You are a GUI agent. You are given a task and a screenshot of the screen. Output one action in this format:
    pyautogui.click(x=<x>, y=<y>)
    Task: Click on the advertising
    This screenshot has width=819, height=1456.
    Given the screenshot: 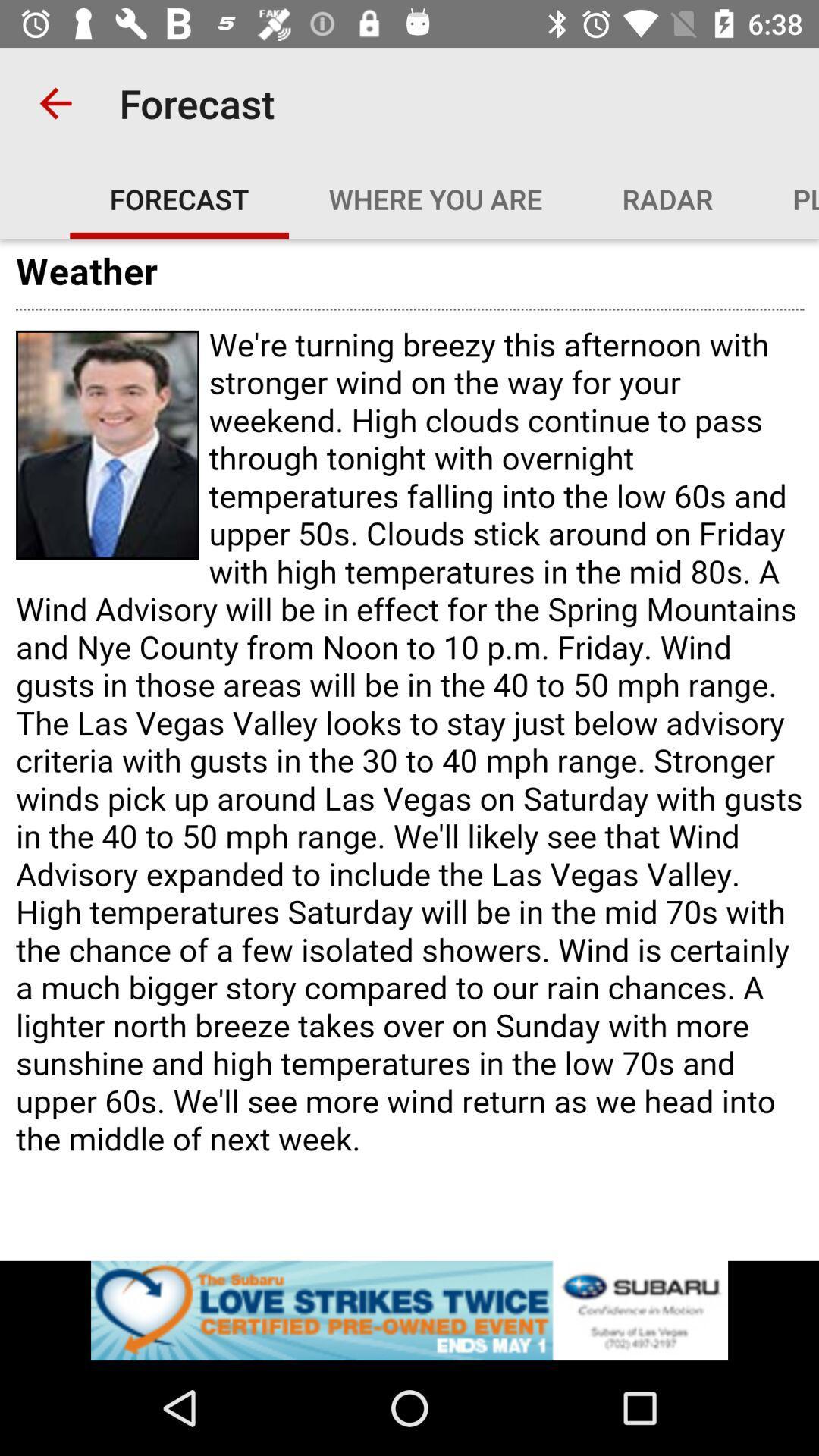 What is the action you would take?
    pyautogui.click(x=409, y=1310)
    